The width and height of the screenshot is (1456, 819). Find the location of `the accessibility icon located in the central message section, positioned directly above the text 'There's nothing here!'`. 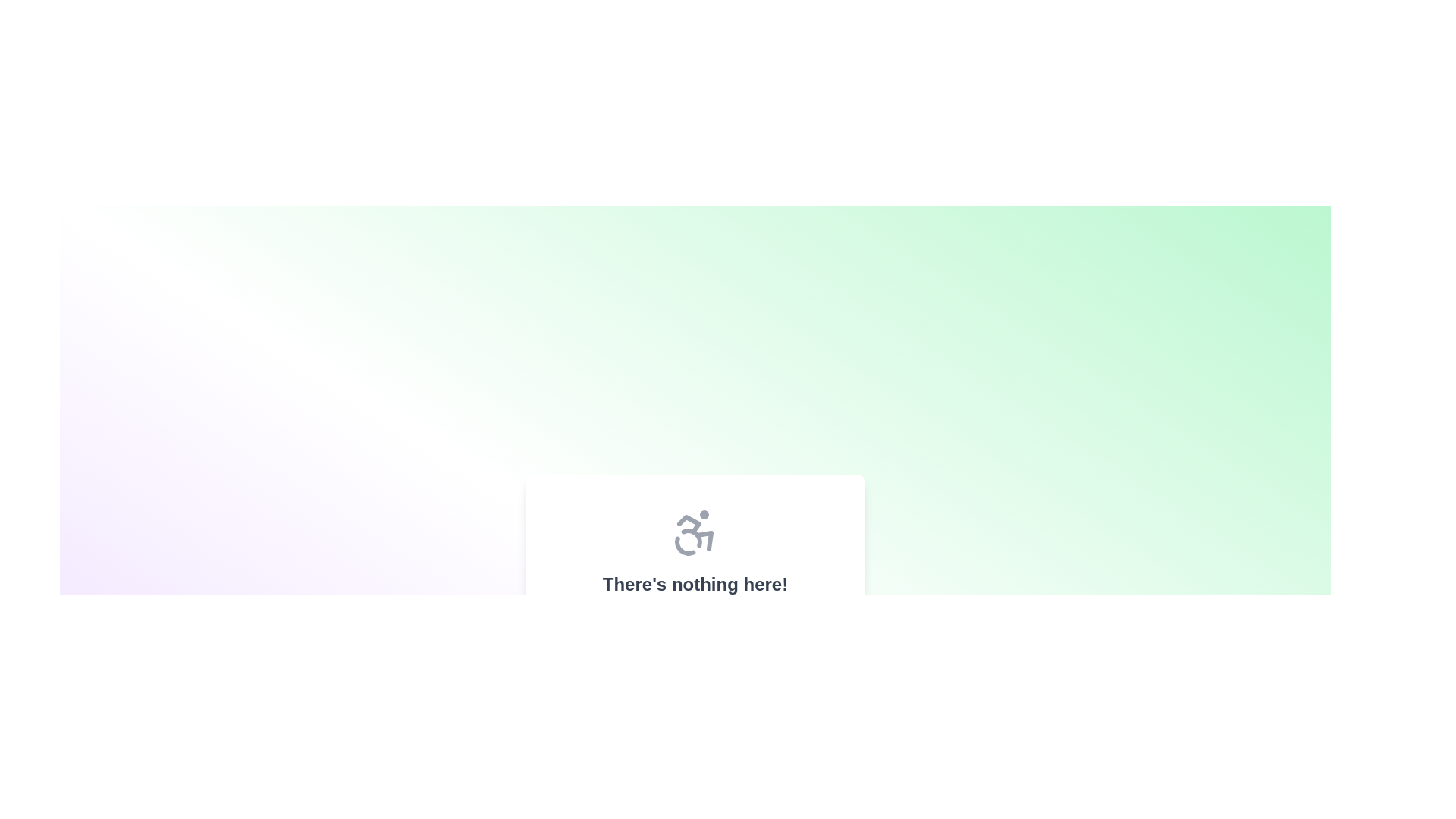

the accessibility icon located in the central message section, positioned directly above the text 'There's nothing here!' is located at coordinates (694, 532).